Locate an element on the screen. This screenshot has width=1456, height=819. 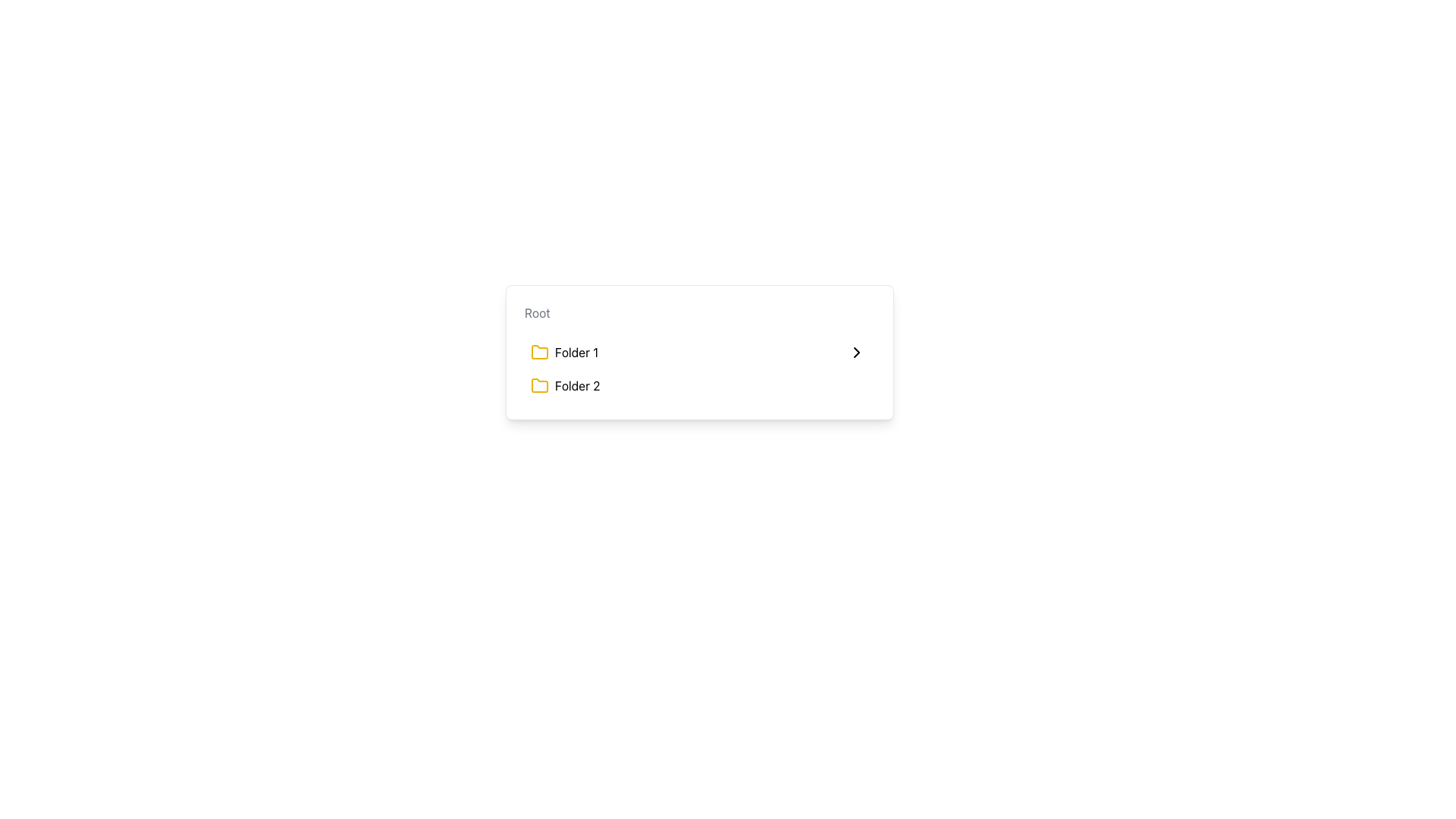
the Chevron icon located on the far right of the row labeled 'Folder 1' is located at coordinates (856, 353).